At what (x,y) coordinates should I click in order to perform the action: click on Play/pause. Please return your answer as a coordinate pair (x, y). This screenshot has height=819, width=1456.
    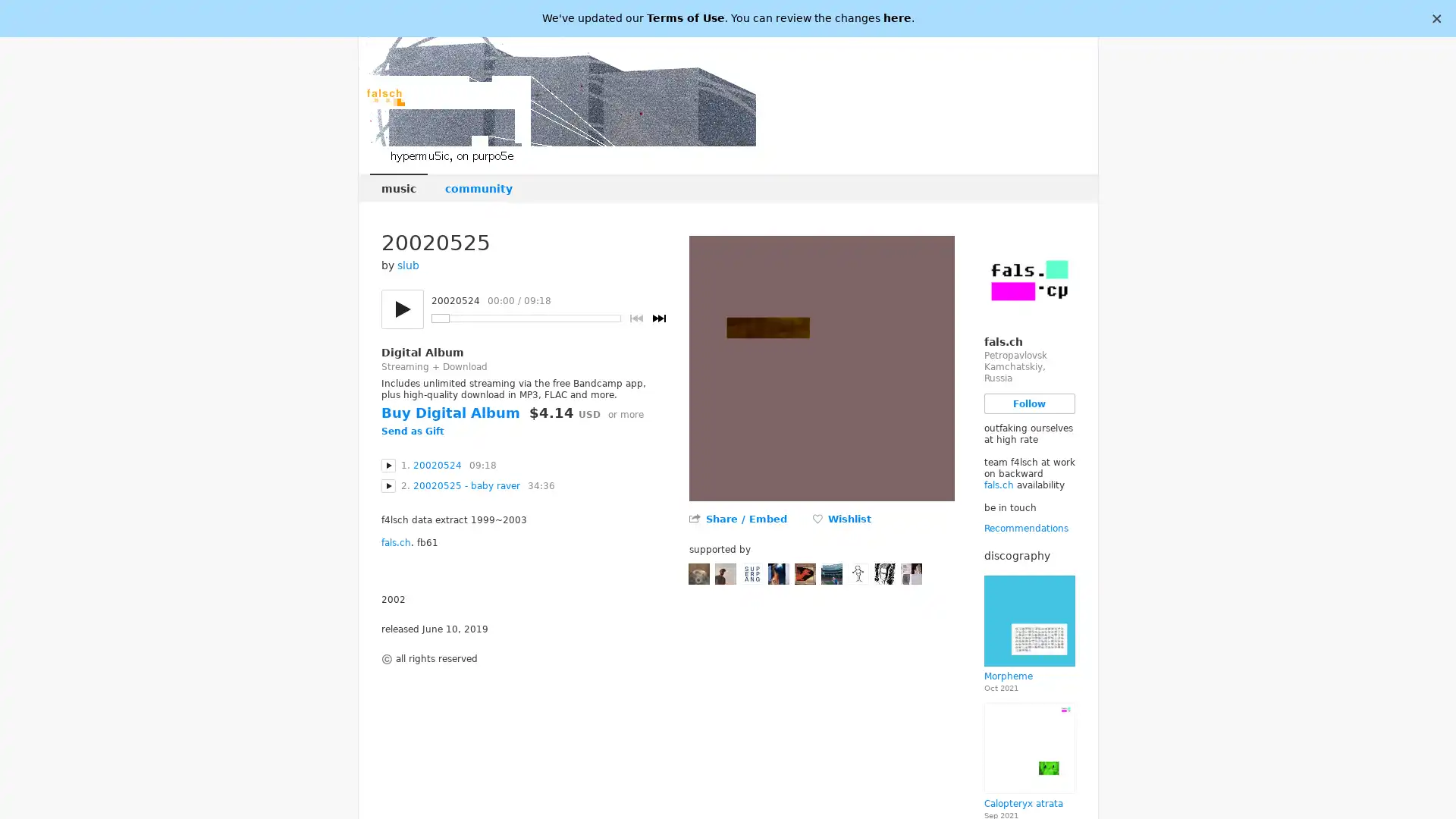
    Looking at the image, I should click on (401, 309).